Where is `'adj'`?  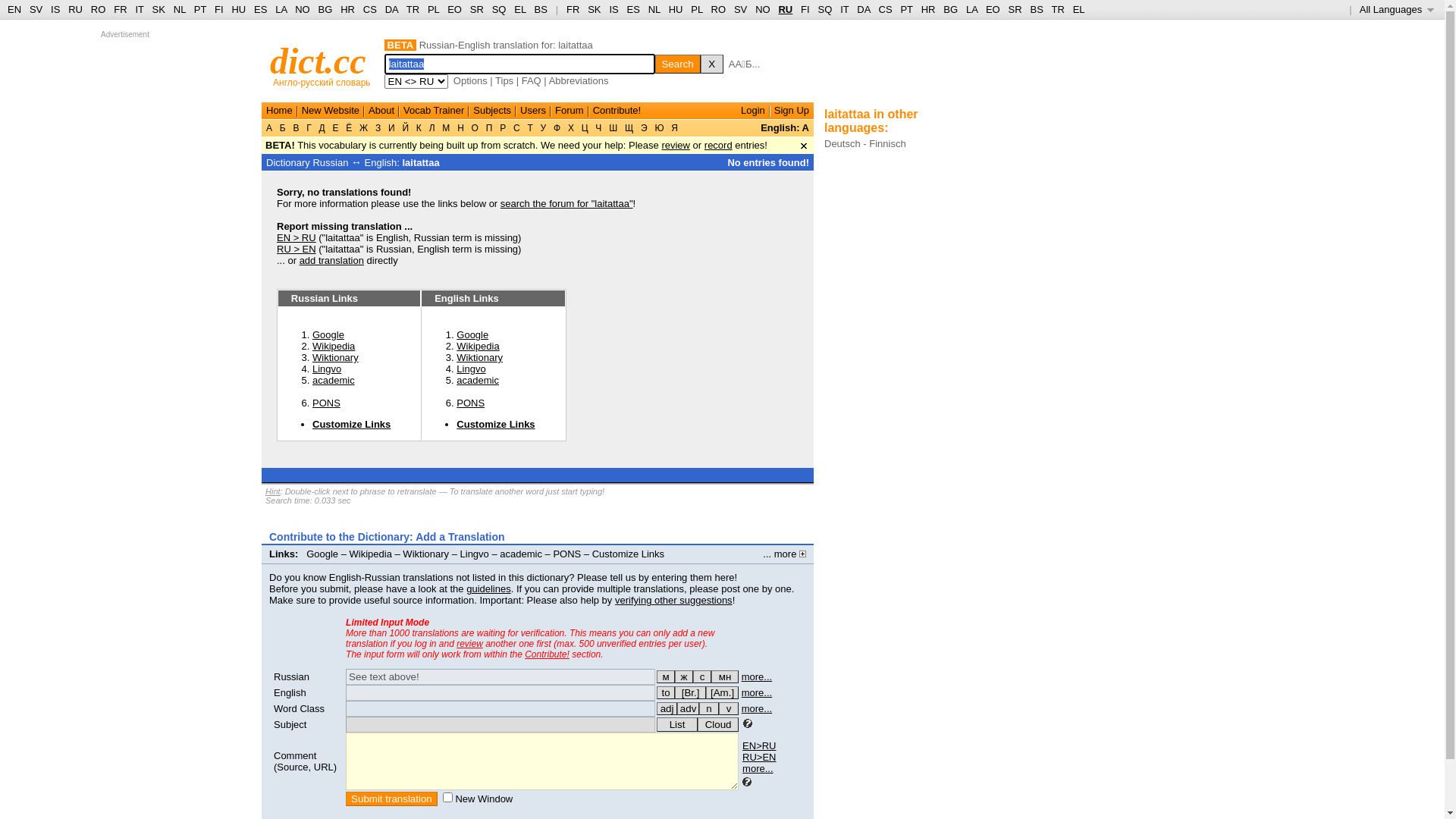
'adj' is located at coordinates (667, 708).